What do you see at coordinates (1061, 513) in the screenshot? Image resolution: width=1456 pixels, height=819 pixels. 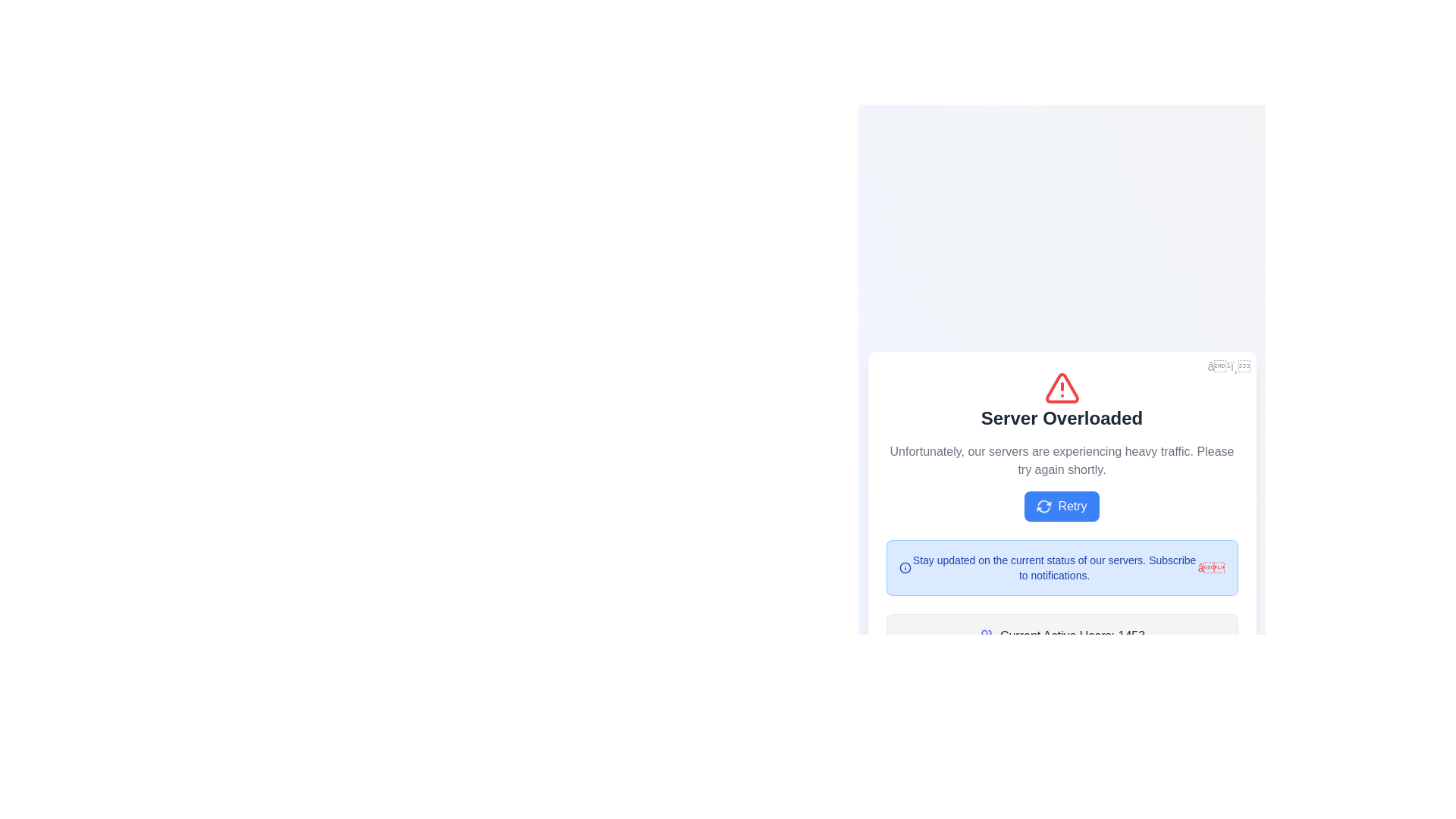 I see `the retry button located directly beneath the error message about server traffic to initiate a retry action` at bounding box center [1061, 513].